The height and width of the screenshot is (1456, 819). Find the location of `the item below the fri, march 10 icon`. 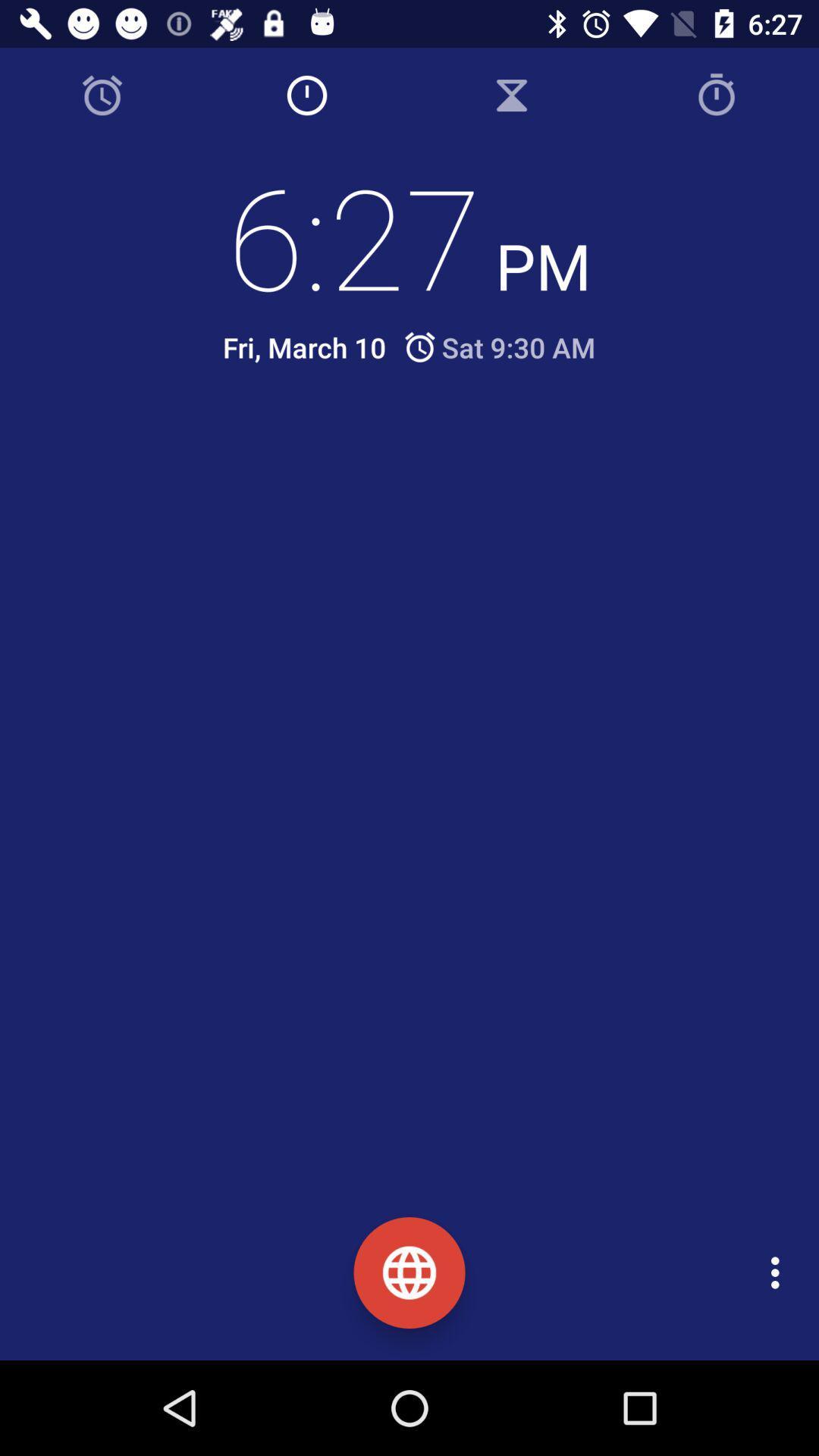

the item below the fri, march 10 icon is located at coordinates (421, 453).